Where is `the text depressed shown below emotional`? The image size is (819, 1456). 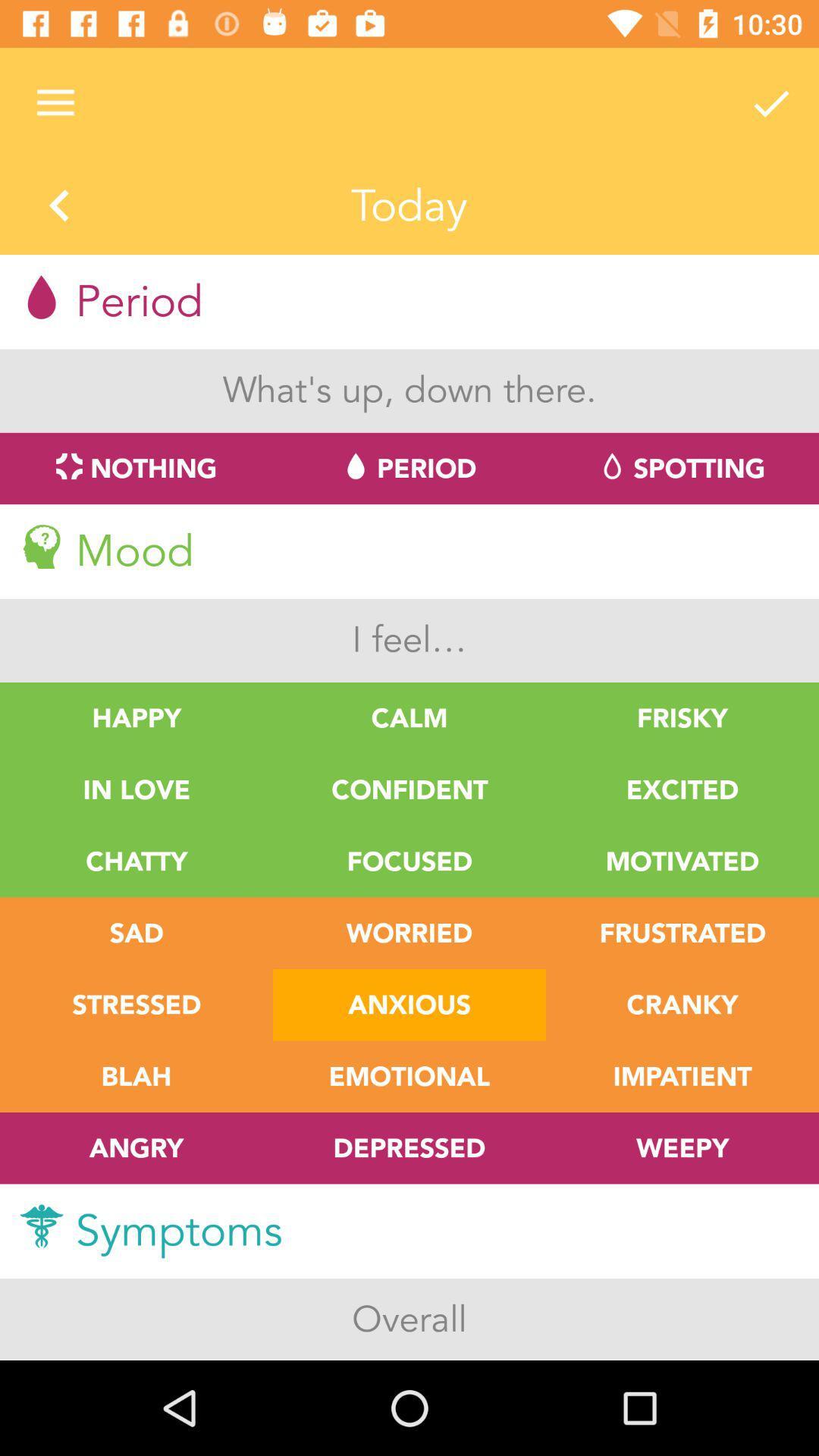
the text depressed shown below emotional is located at coordinates (409, 1148).